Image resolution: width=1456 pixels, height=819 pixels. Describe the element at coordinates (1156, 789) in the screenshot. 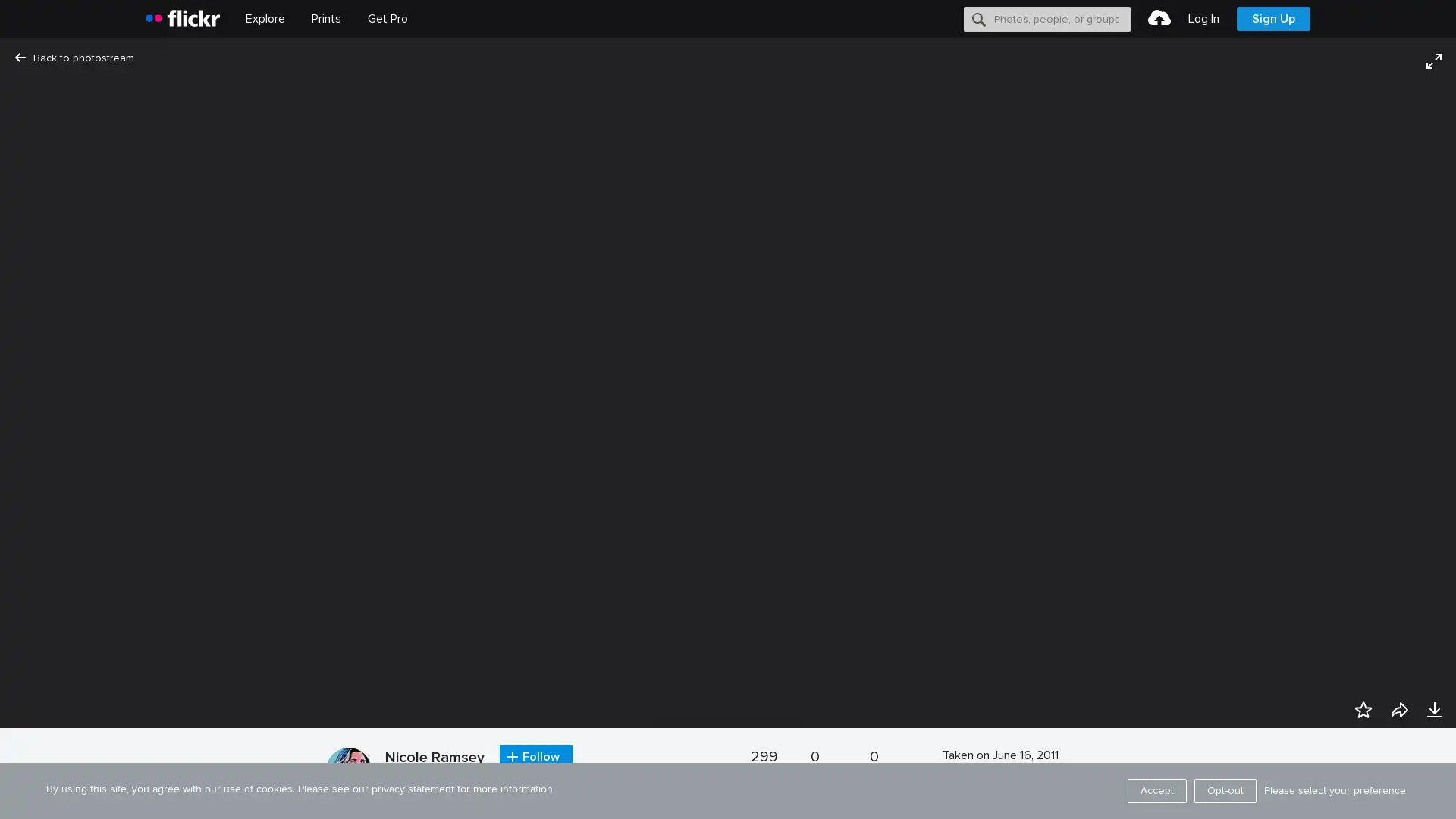

I see `Accept` at that location.